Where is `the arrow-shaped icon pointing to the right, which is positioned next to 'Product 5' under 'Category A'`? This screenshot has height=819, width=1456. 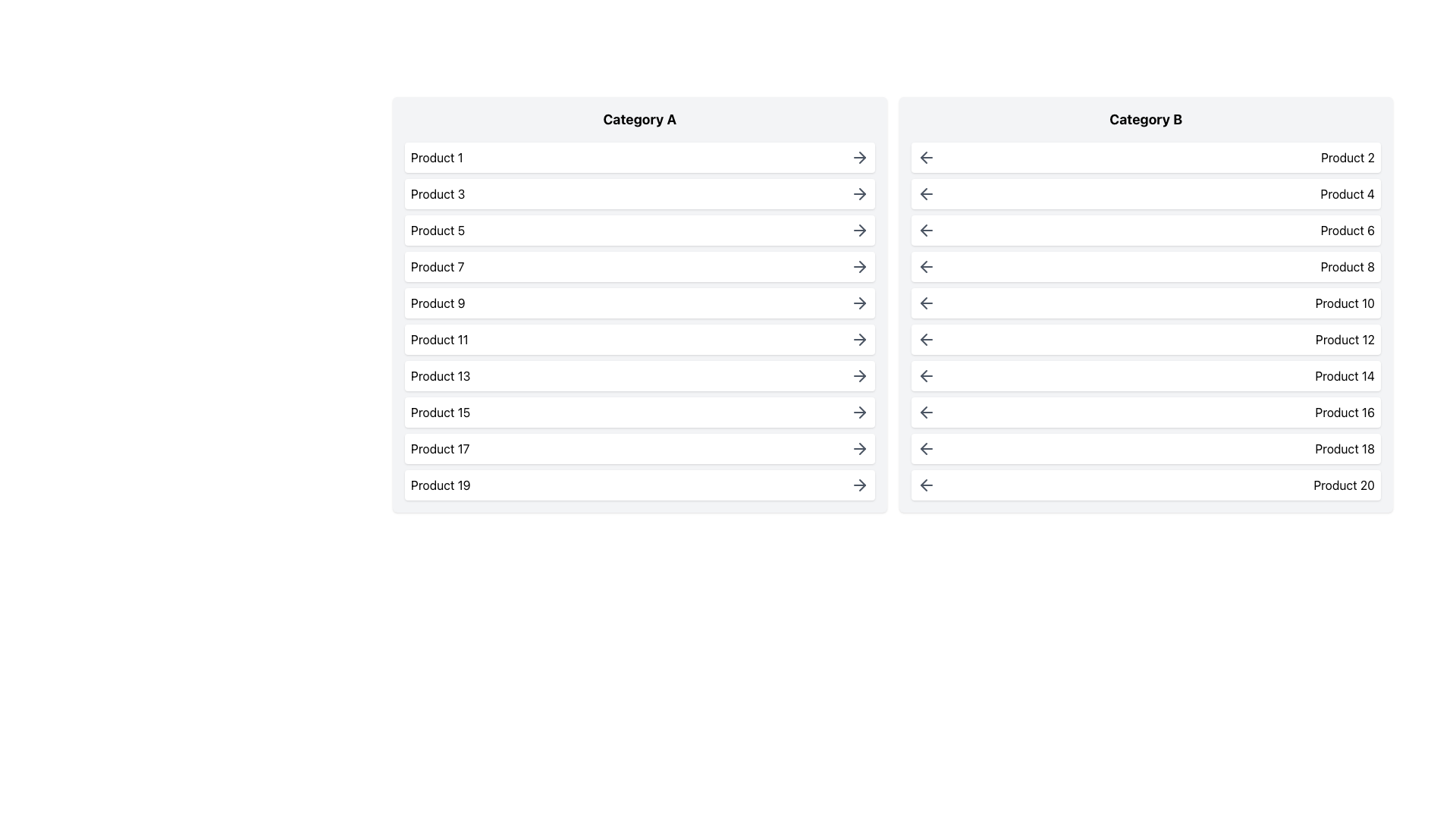 the arrow-shaped icon pointing to the right, which is positioned next to 'Product 5' under 'Category A' is located at coordinates (862, 231).